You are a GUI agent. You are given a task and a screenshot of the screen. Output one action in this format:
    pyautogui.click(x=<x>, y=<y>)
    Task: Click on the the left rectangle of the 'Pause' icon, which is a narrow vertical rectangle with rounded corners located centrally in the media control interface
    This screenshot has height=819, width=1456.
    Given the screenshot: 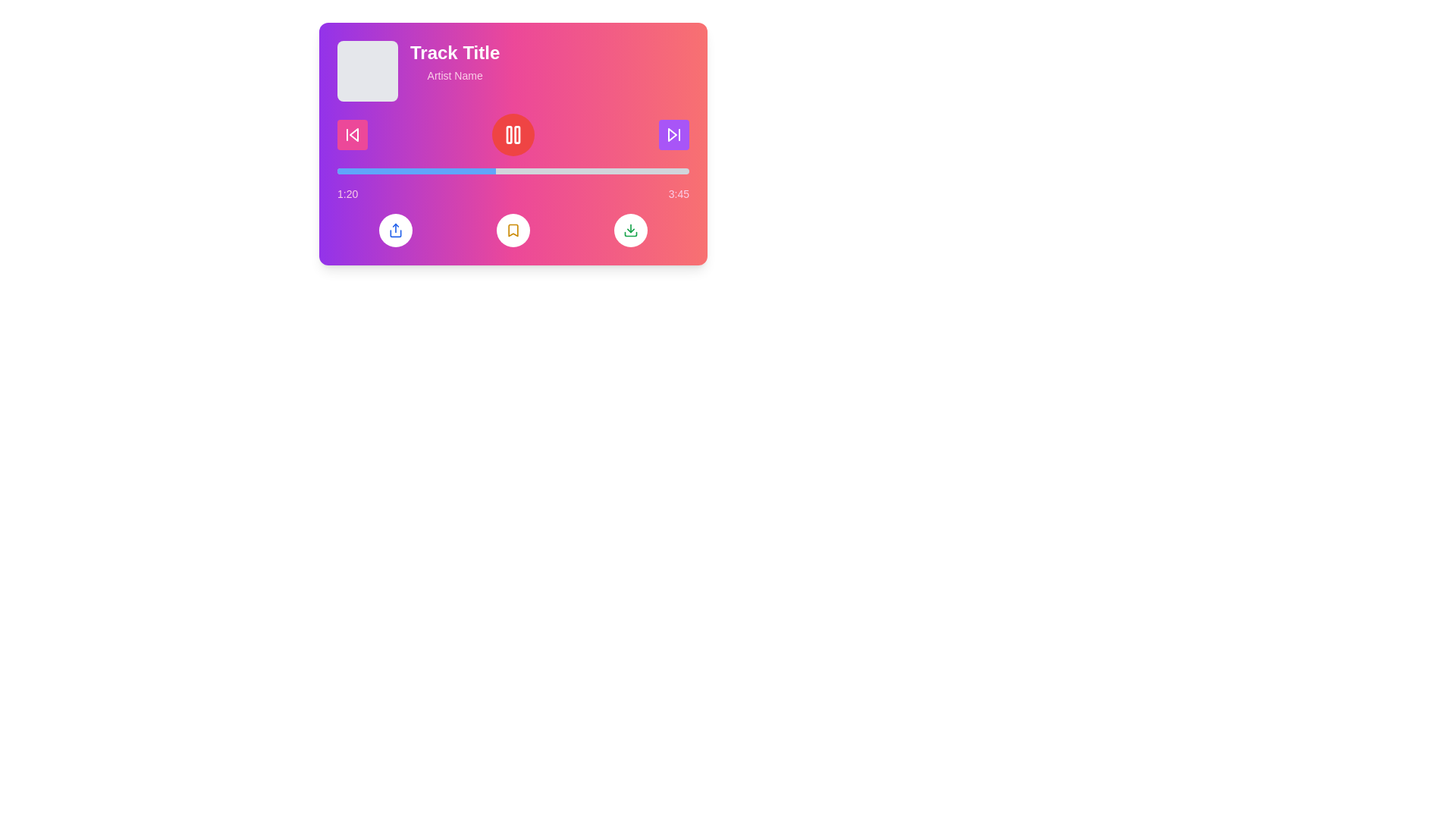 What is the action you would take?
    pyautogui.click(x=509, y=133)
    